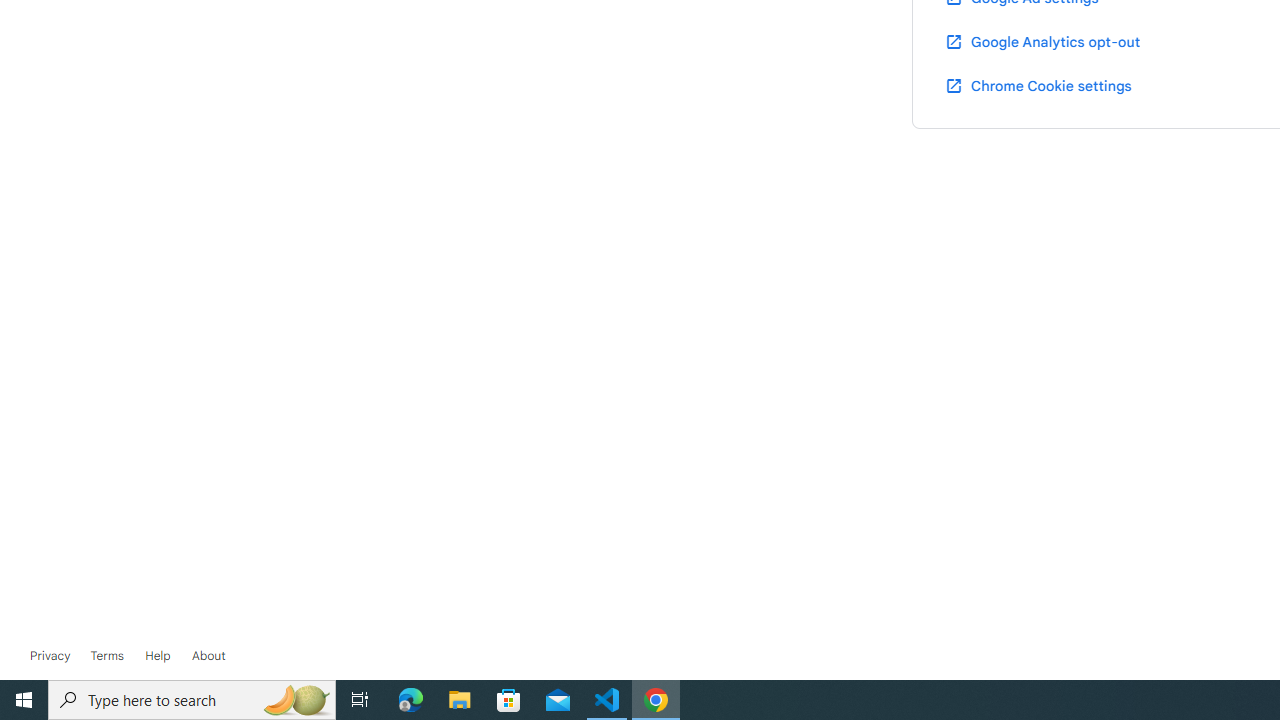  What do you see at coordinates (1040, 41) in the screenshot?
I see `'Google Analytics opt-out'` at bounding box center [1040, 41].